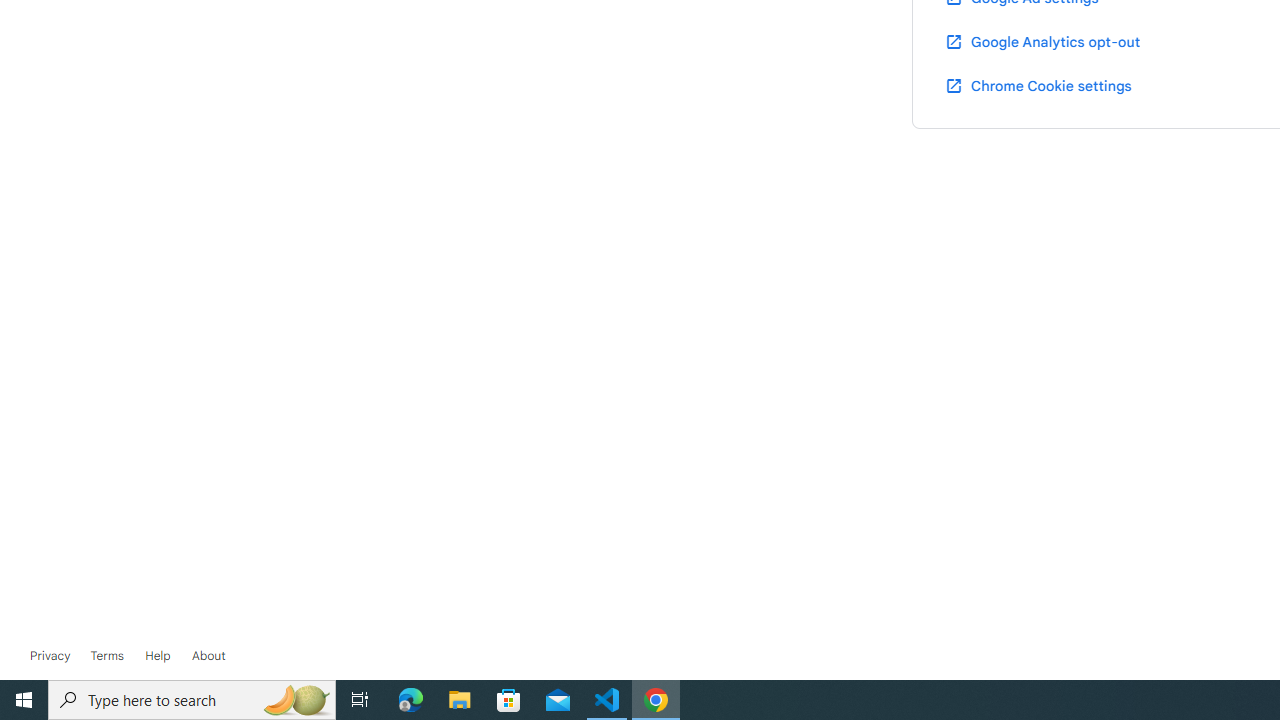  What do you see at coordinates (1040, 41) in the screenshot?
I see `'Google Analytics opt-out'` at bounding box center [1040, 41].